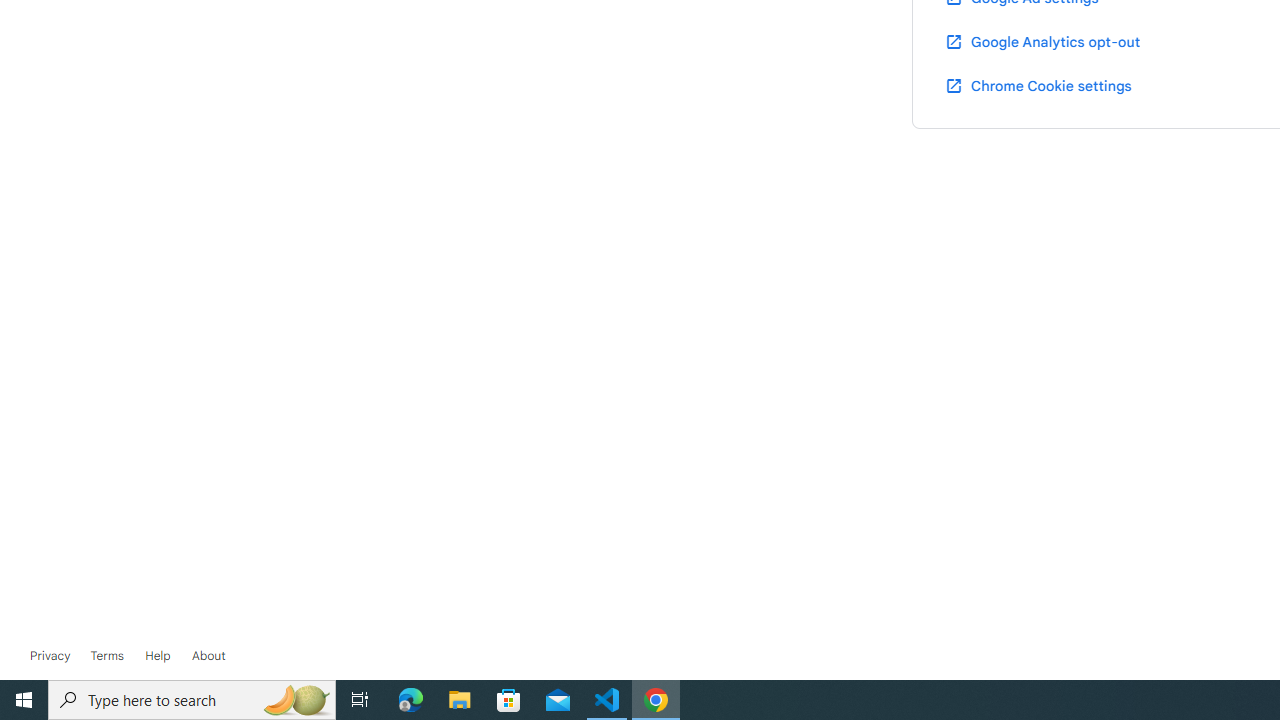  What do you see at coordinates (1040, 41) in the screenshot?
I see `'Google Analytics opt-out'` at bounding box center [1040, 41].